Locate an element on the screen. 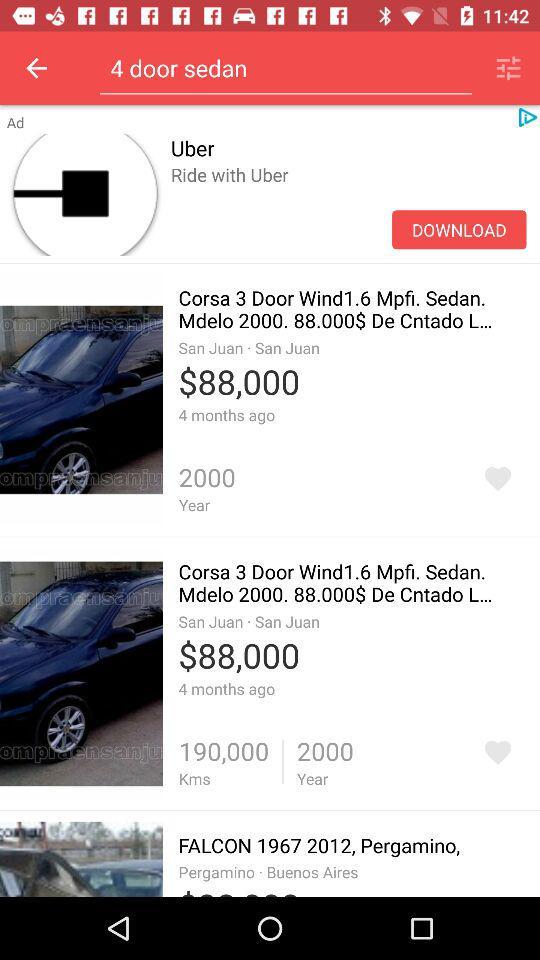 This screenshot has height=960, width=540. item below uber item is located at coordinates (347, 196).